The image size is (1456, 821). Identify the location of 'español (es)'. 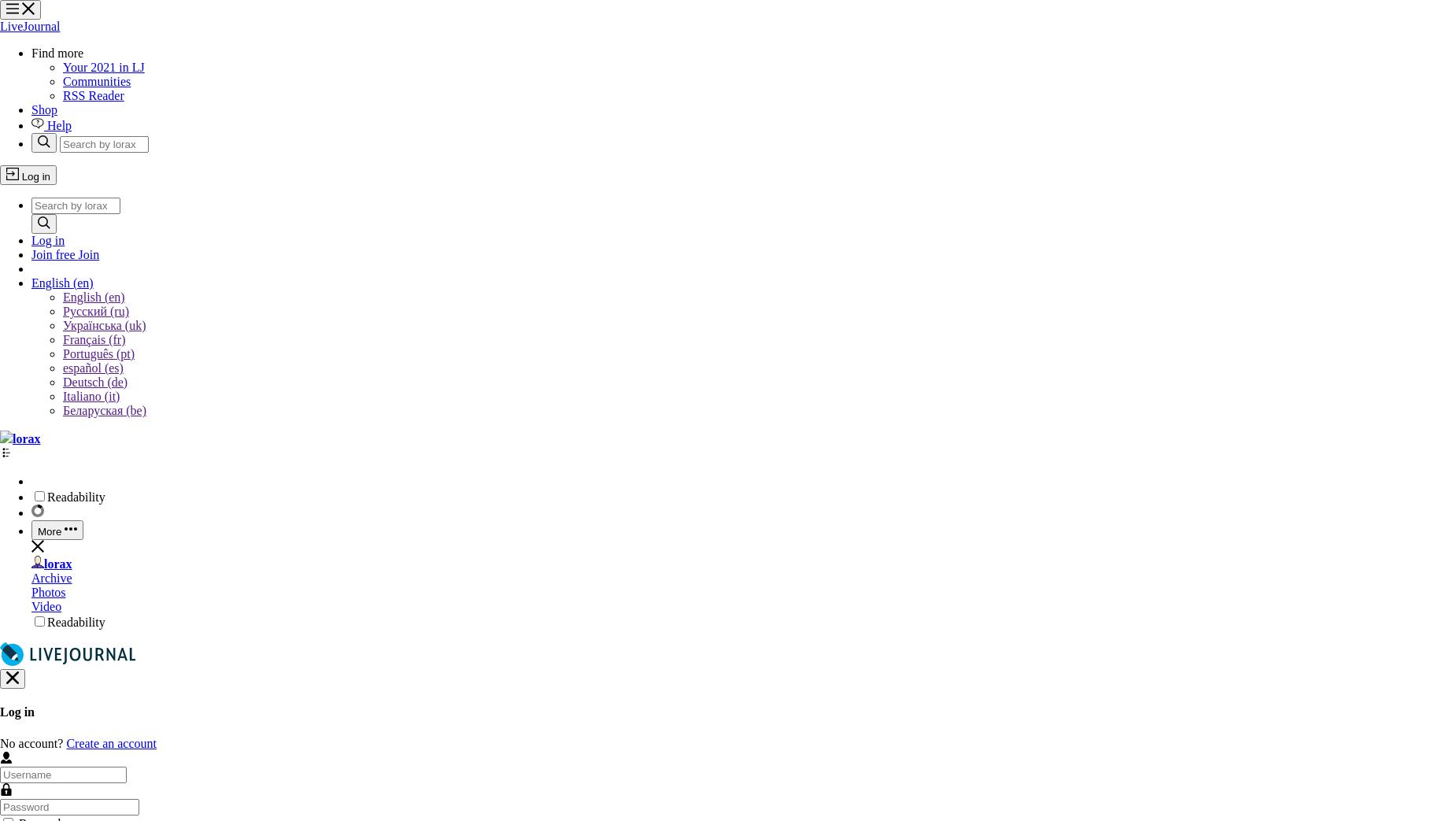
(92, 367).